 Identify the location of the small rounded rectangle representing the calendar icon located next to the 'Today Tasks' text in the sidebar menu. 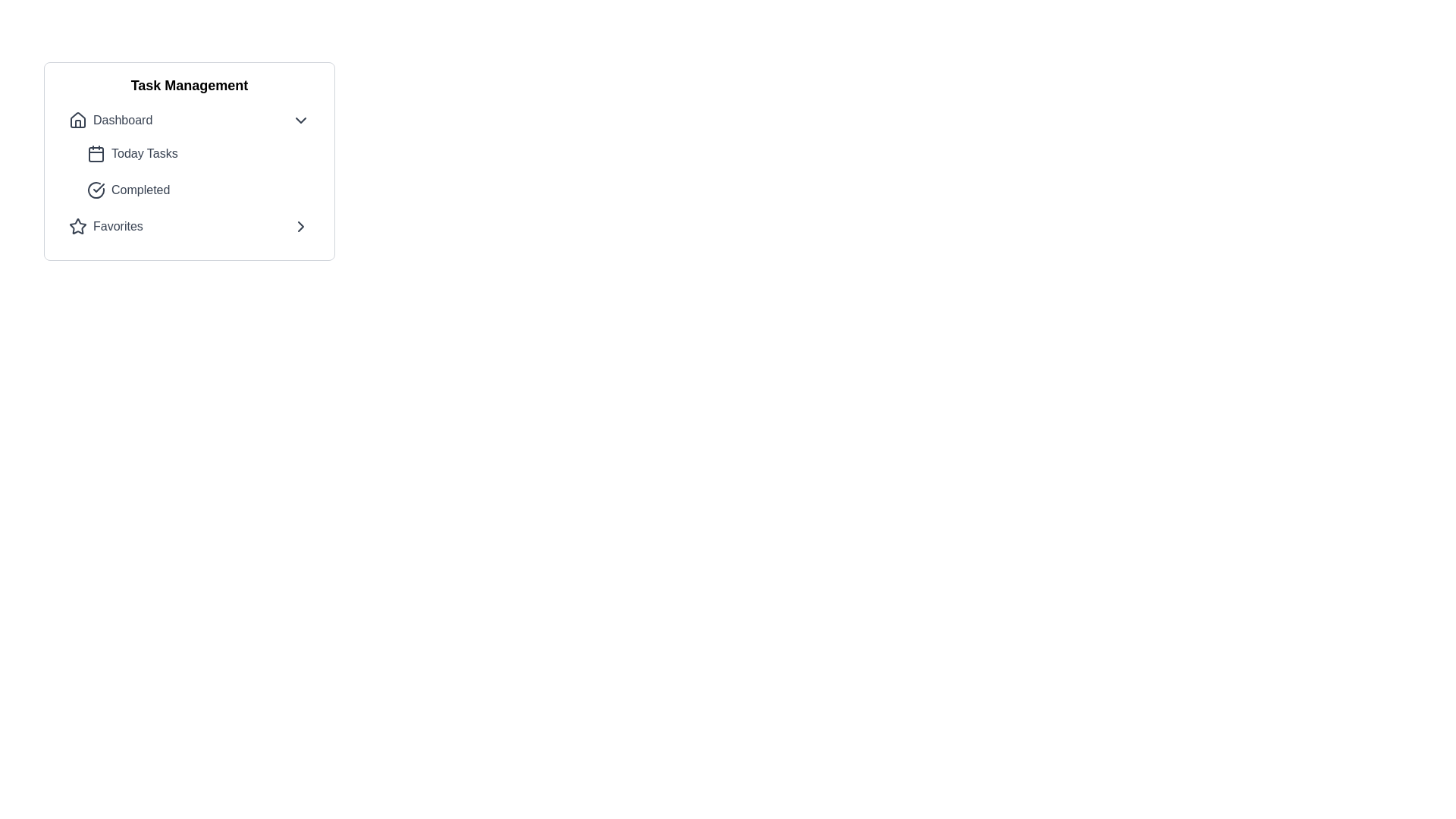
(95, 155).